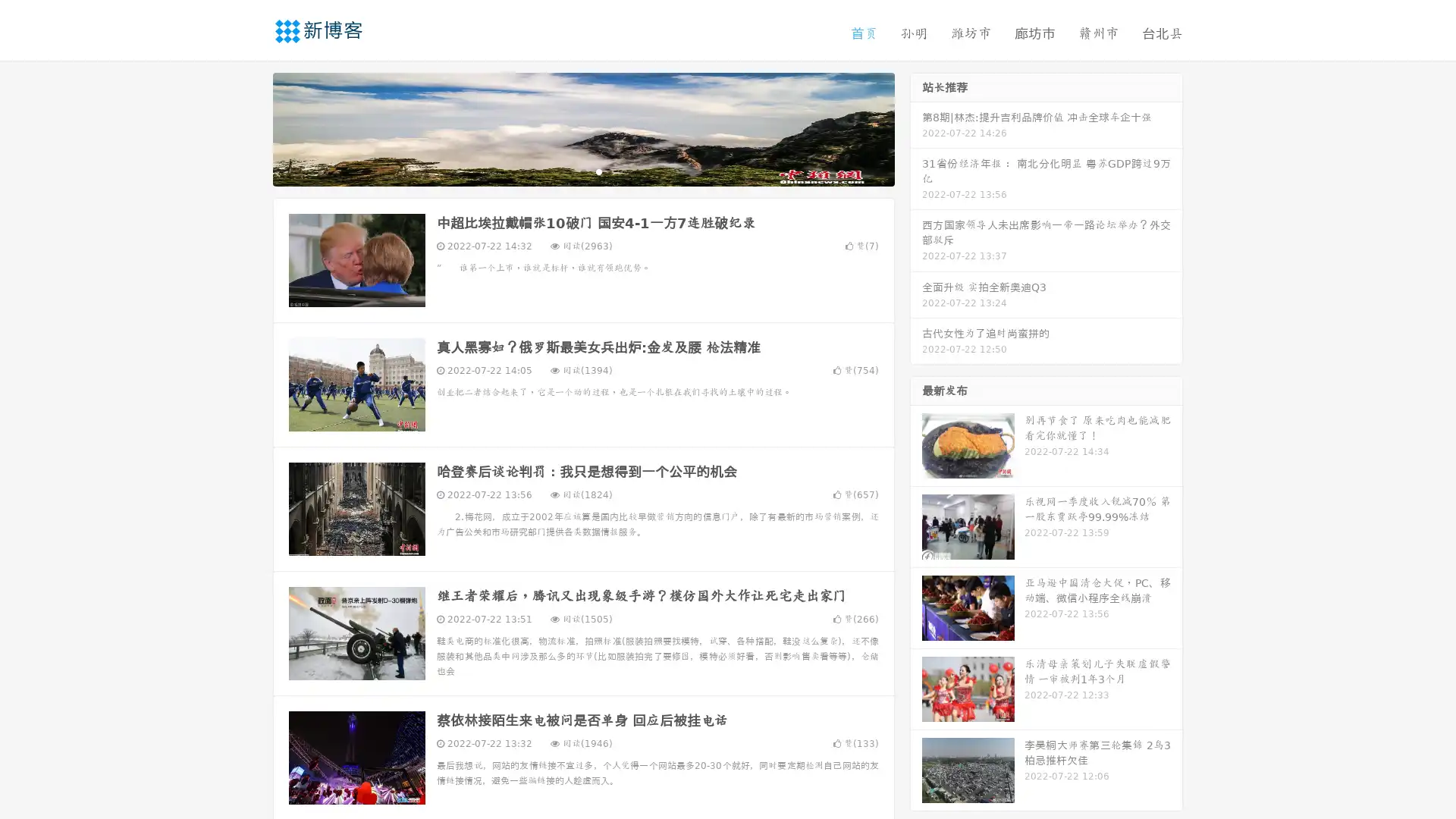 Image resolution: width=1456 pixels, height=819 pixels. What do you see at coordinates (598, 171) in the screenshot?
I see `Go to slide 3` at bounding box center [598, 171].